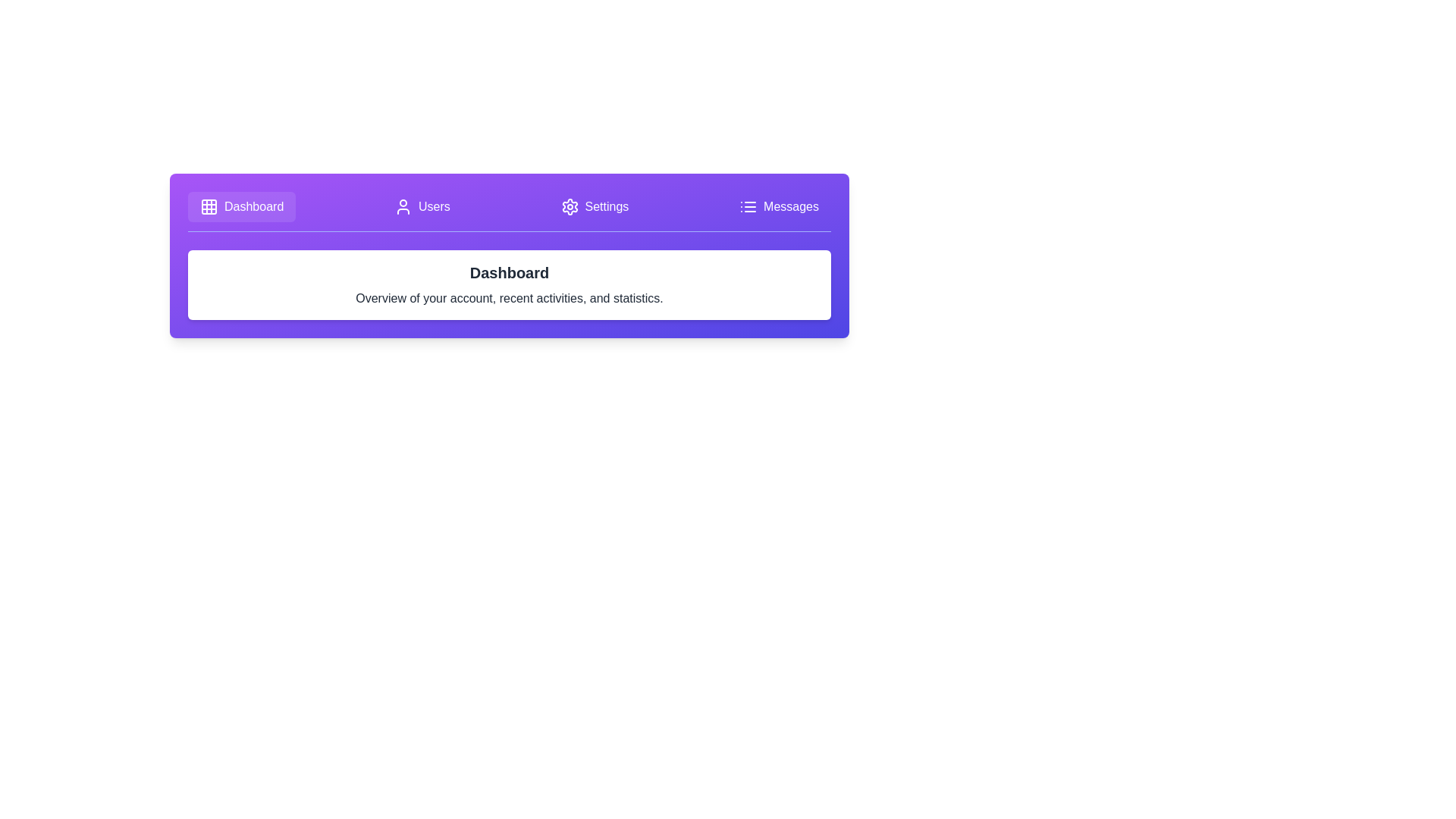  What do you see at coordinates (607, 207) in the screenshot?
I see `the 'Settings' label in the top navigation bar, which is positioned between the 'Users' and 'Messages' menu items` at bounding box center [607, 207].